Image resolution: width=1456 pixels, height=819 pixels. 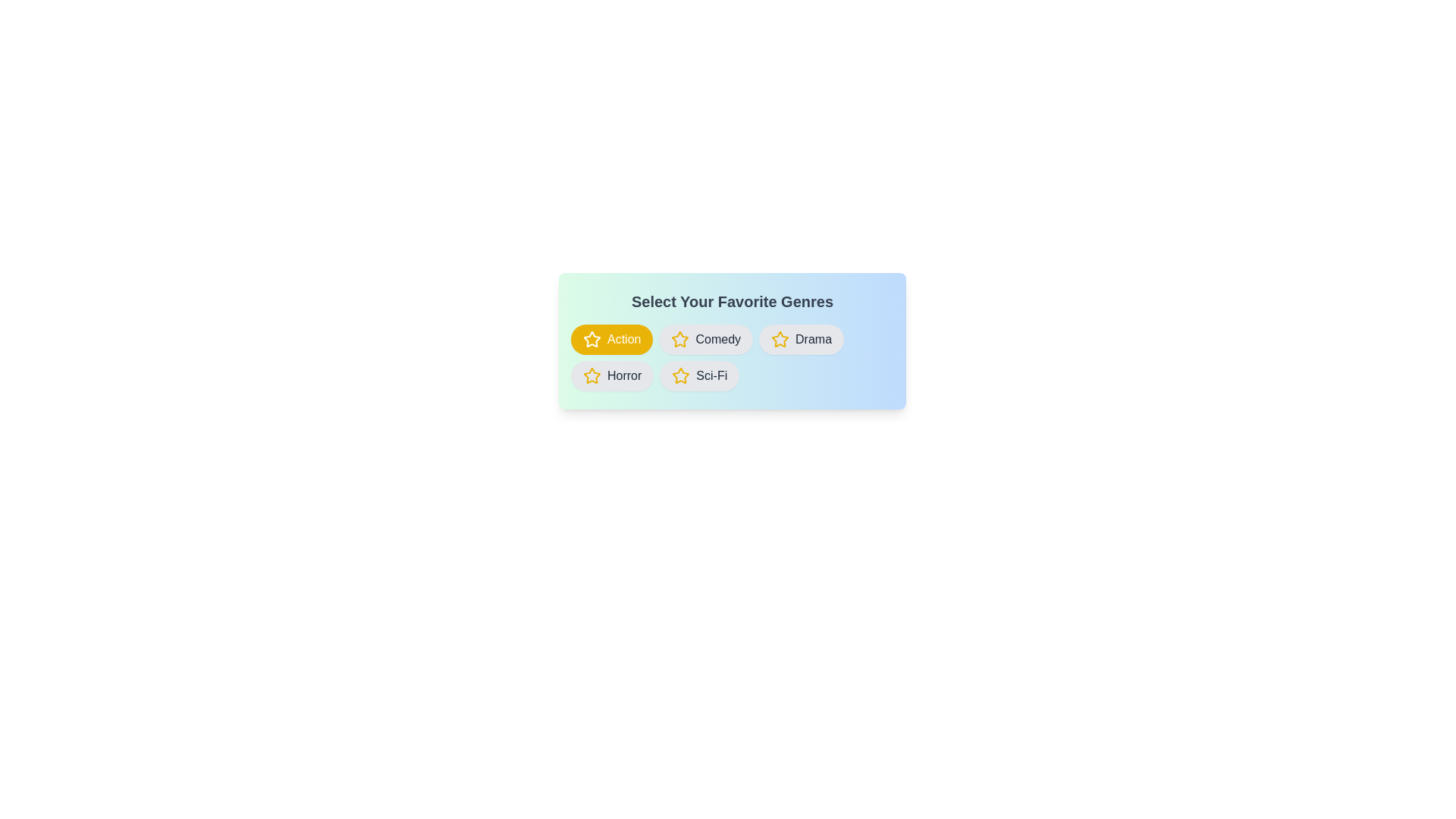 I want to click on the category Sci-Fi to observe the hover effect, so click(x=698, y=375).